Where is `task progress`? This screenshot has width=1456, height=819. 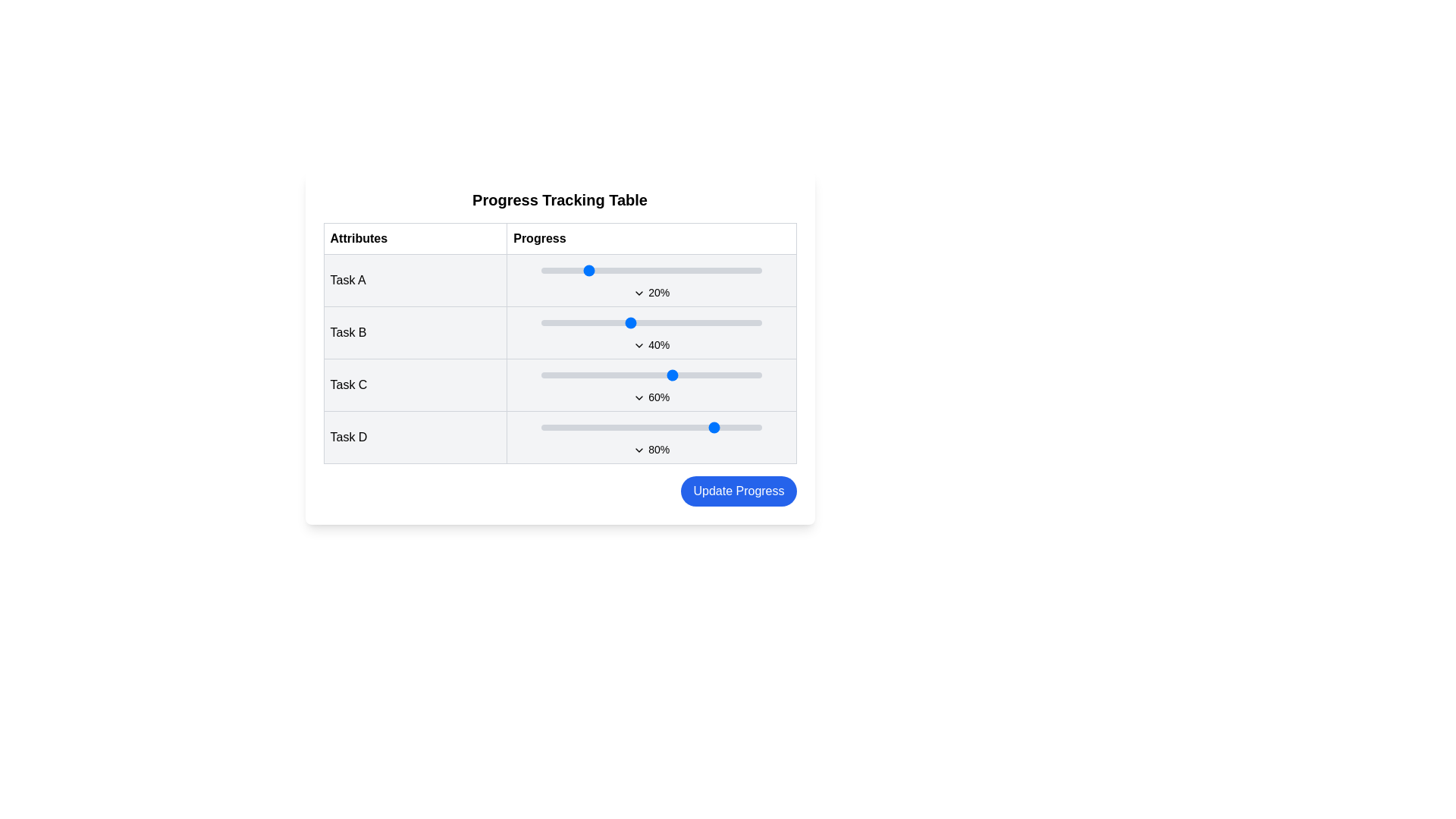
task progress is located at coordinates (562, 427).